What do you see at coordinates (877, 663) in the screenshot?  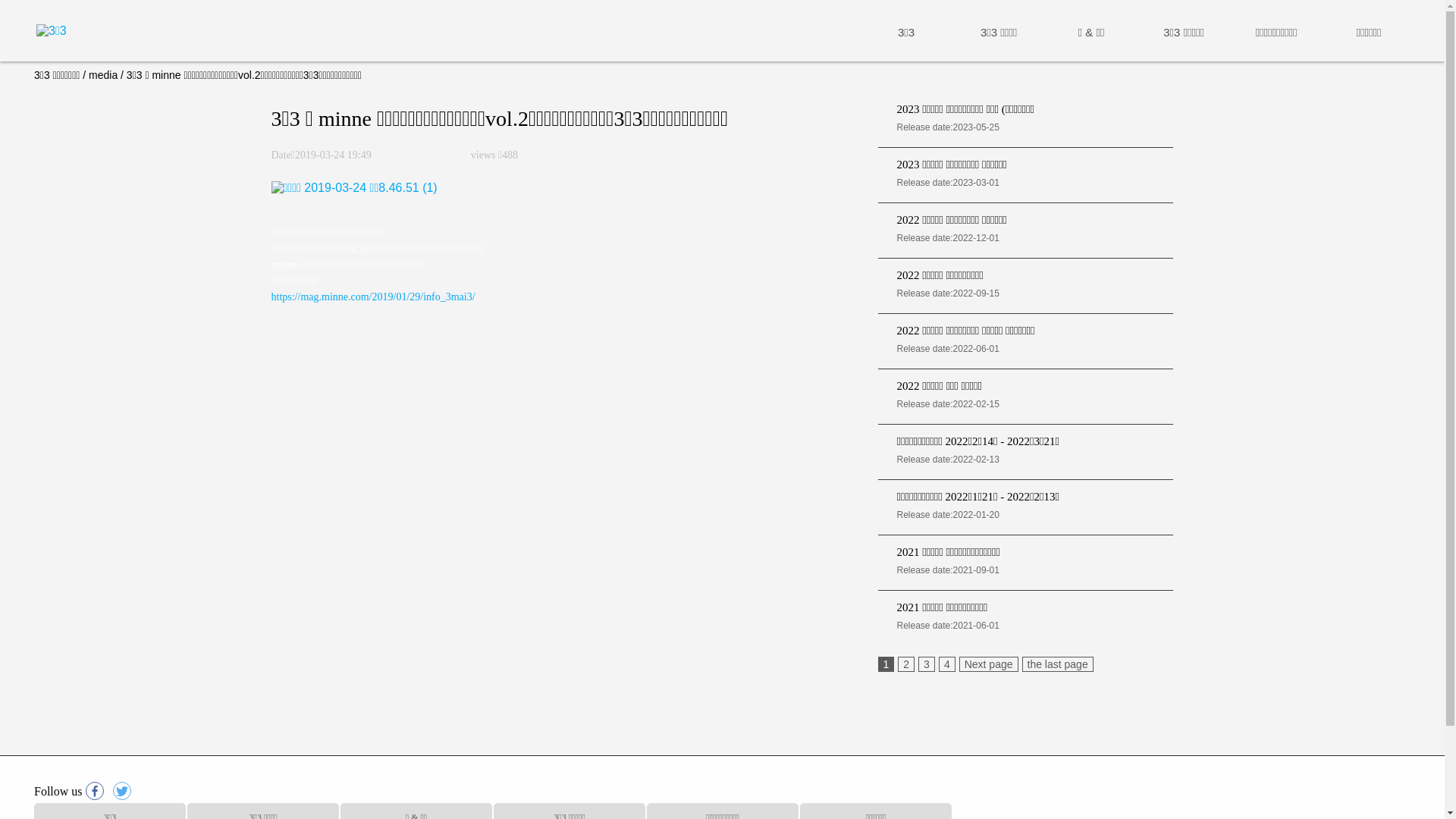 I see `'1'` at bounding box center [877, 663].